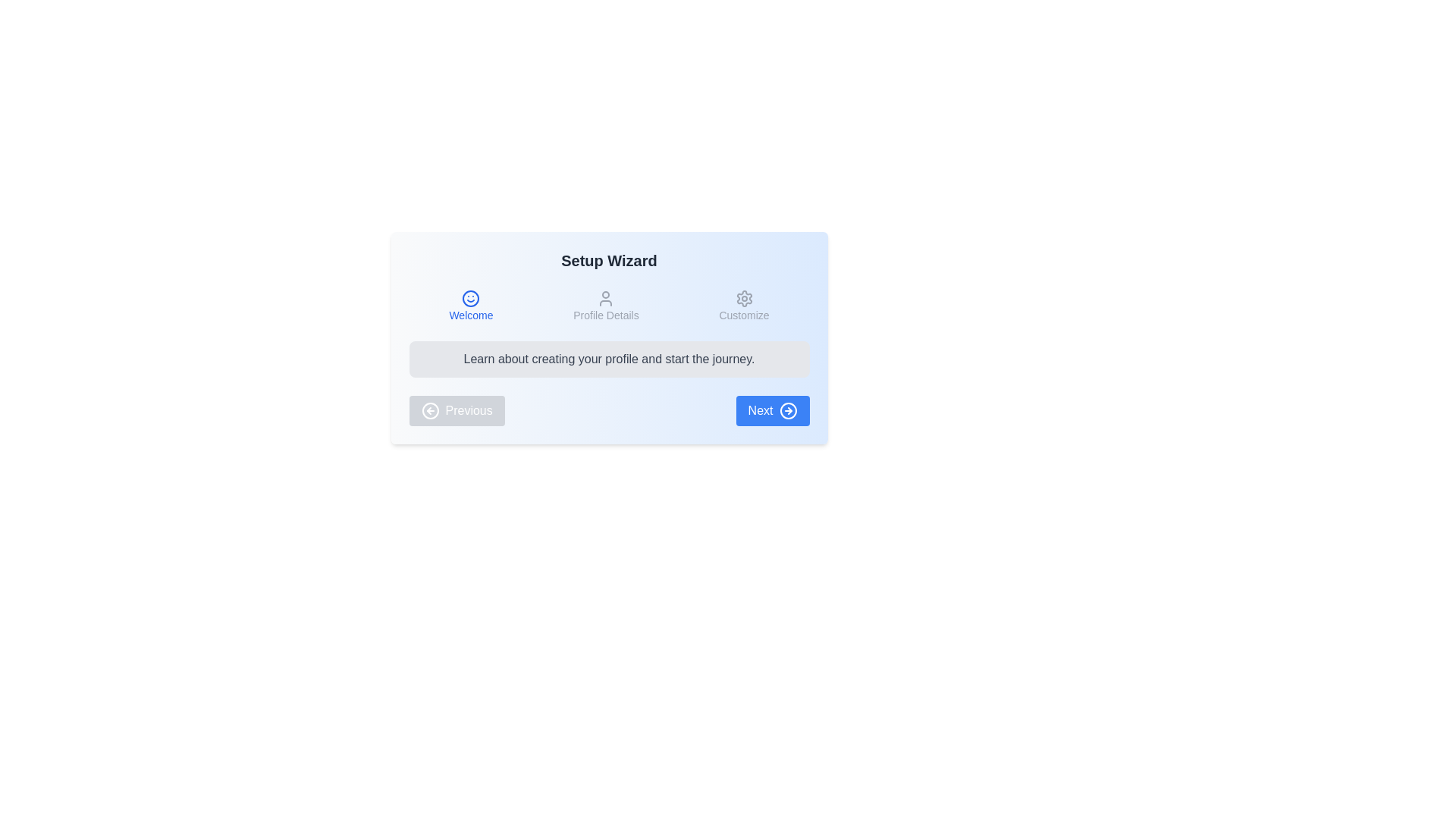  What do you see at coordinates (788, 411) in the screenshot?
I see `the SVG circle element that forms part of the 'Next' button, which is located towards the lower right of the layout and serves as the circular background of the arrow icon` at bounding box center [788, 411].